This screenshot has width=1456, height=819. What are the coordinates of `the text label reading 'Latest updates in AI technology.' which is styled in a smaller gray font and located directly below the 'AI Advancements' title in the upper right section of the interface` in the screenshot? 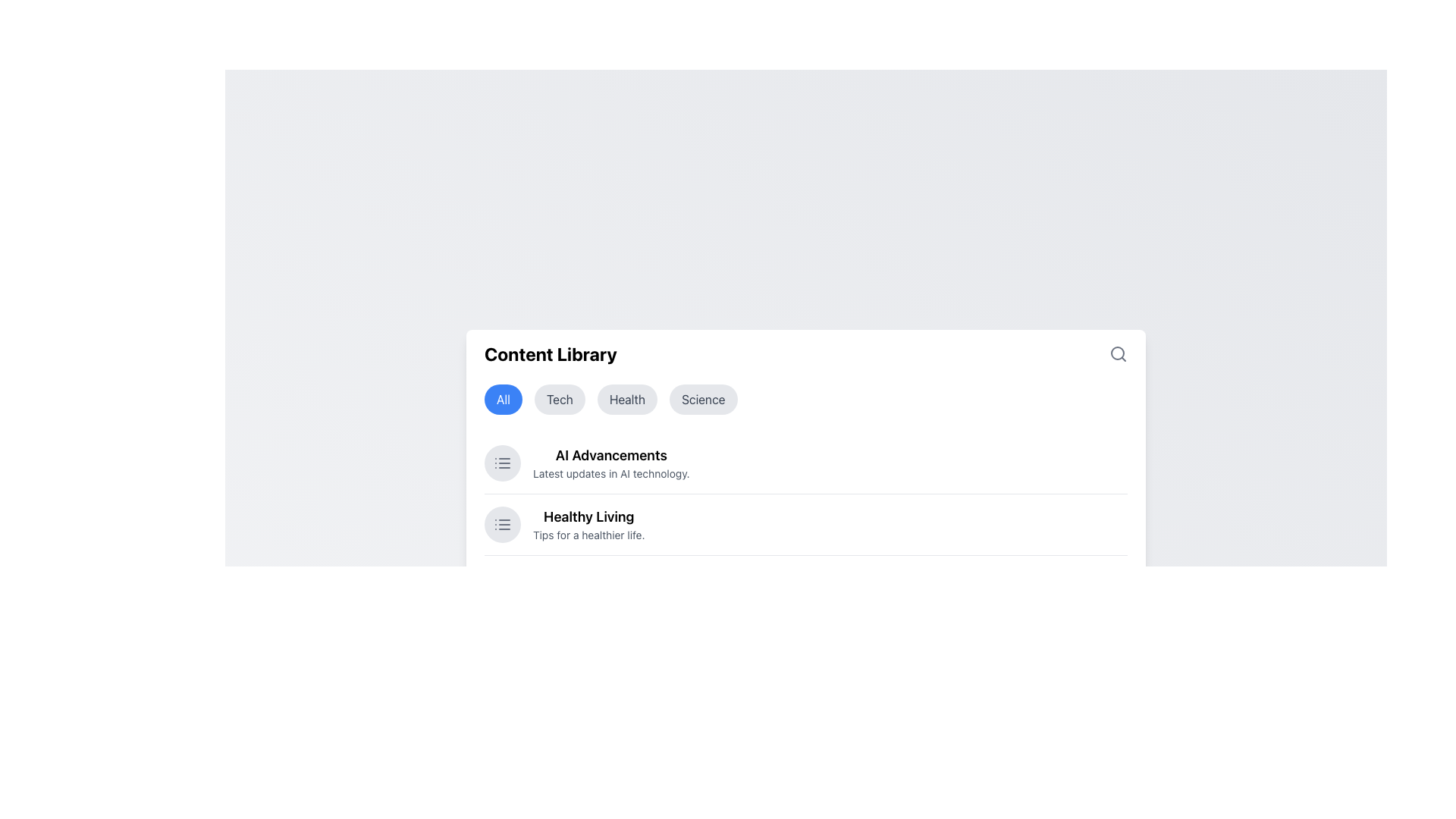 It's located at (611, 472).